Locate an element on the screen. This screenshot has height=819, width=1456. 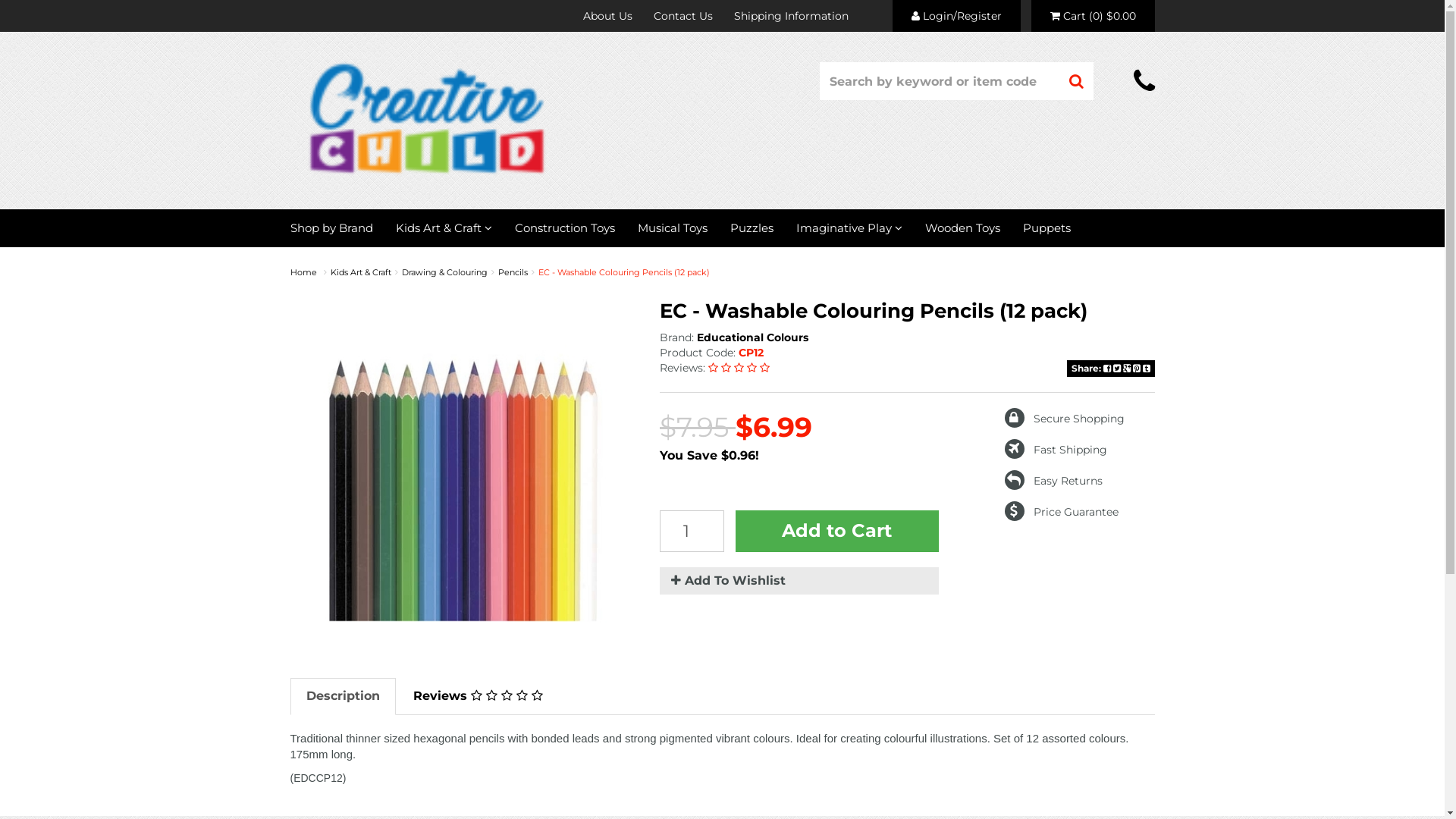
'Pencils' is located at coordinates (512, 271).